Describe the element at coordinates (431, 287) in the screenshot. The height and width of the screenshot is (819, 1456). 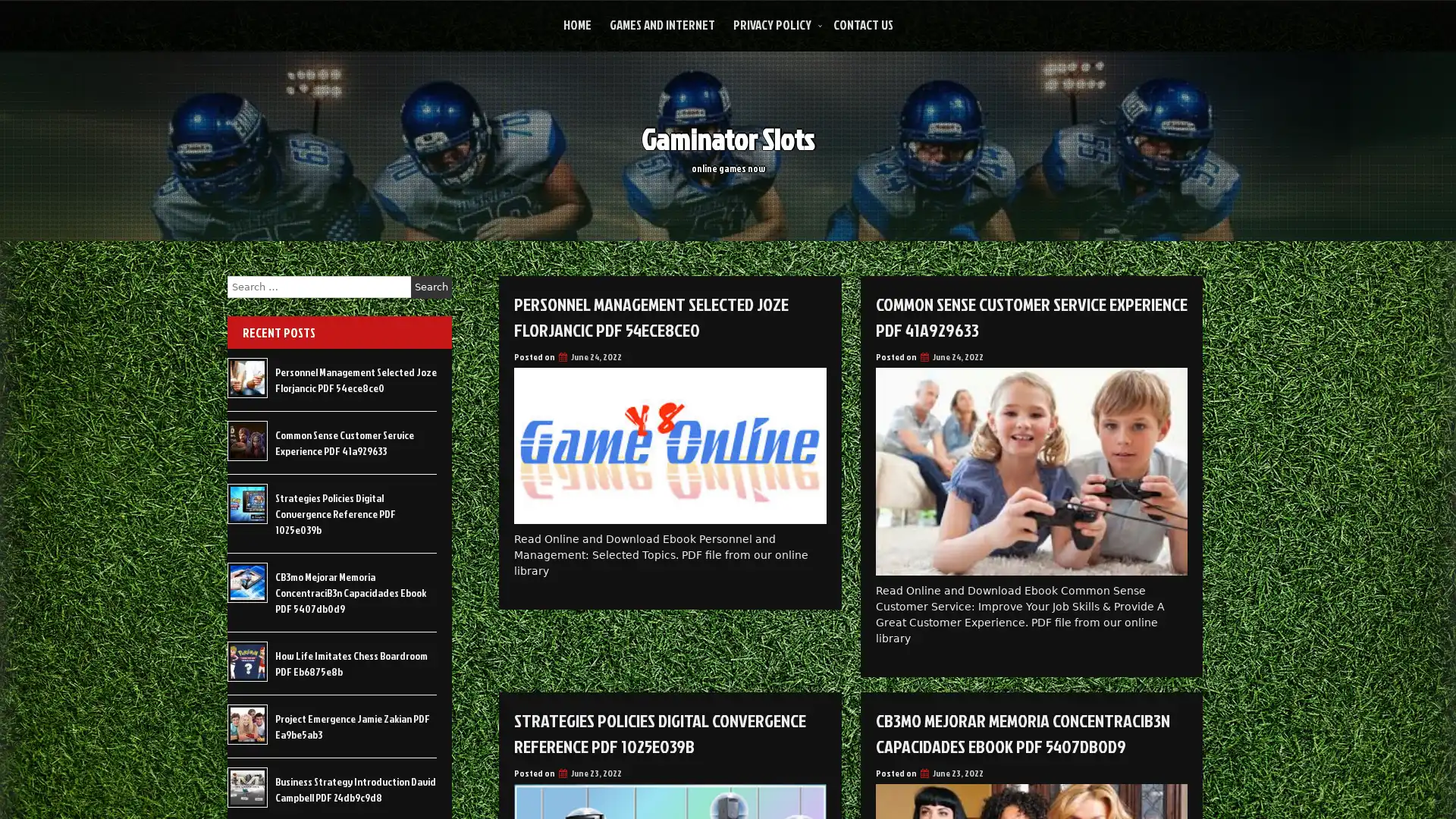
I see `Search` at that location.